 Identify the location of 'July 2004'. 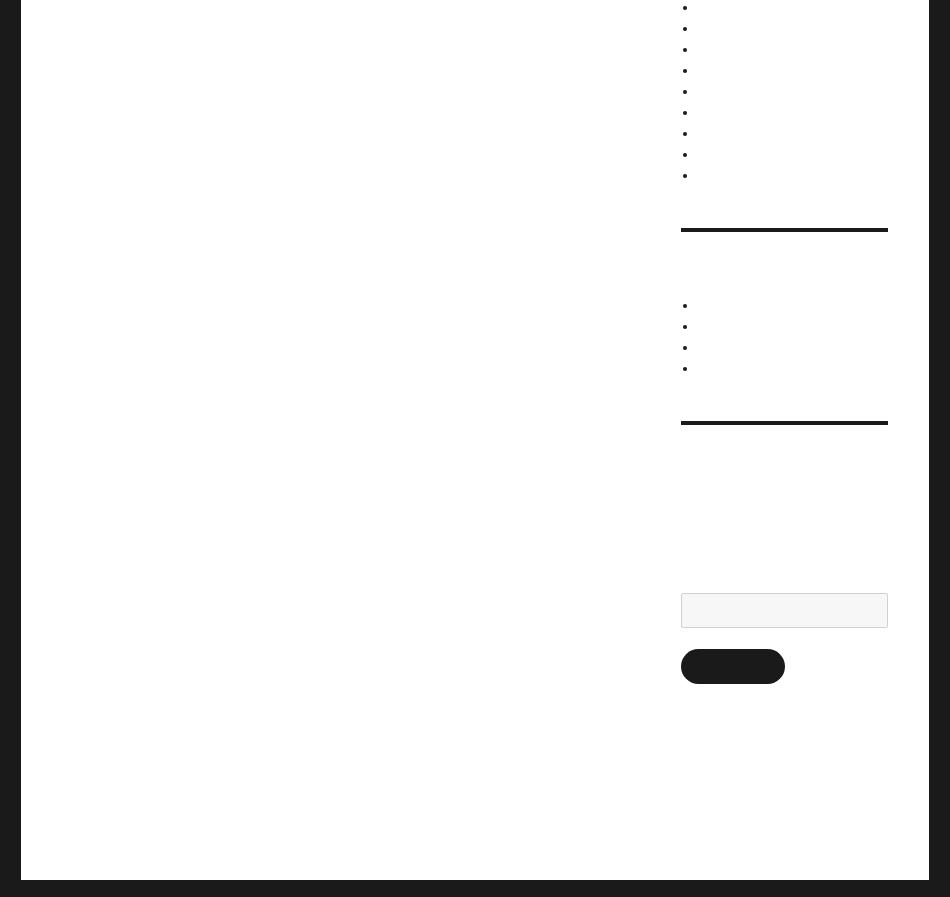
(721, 89).